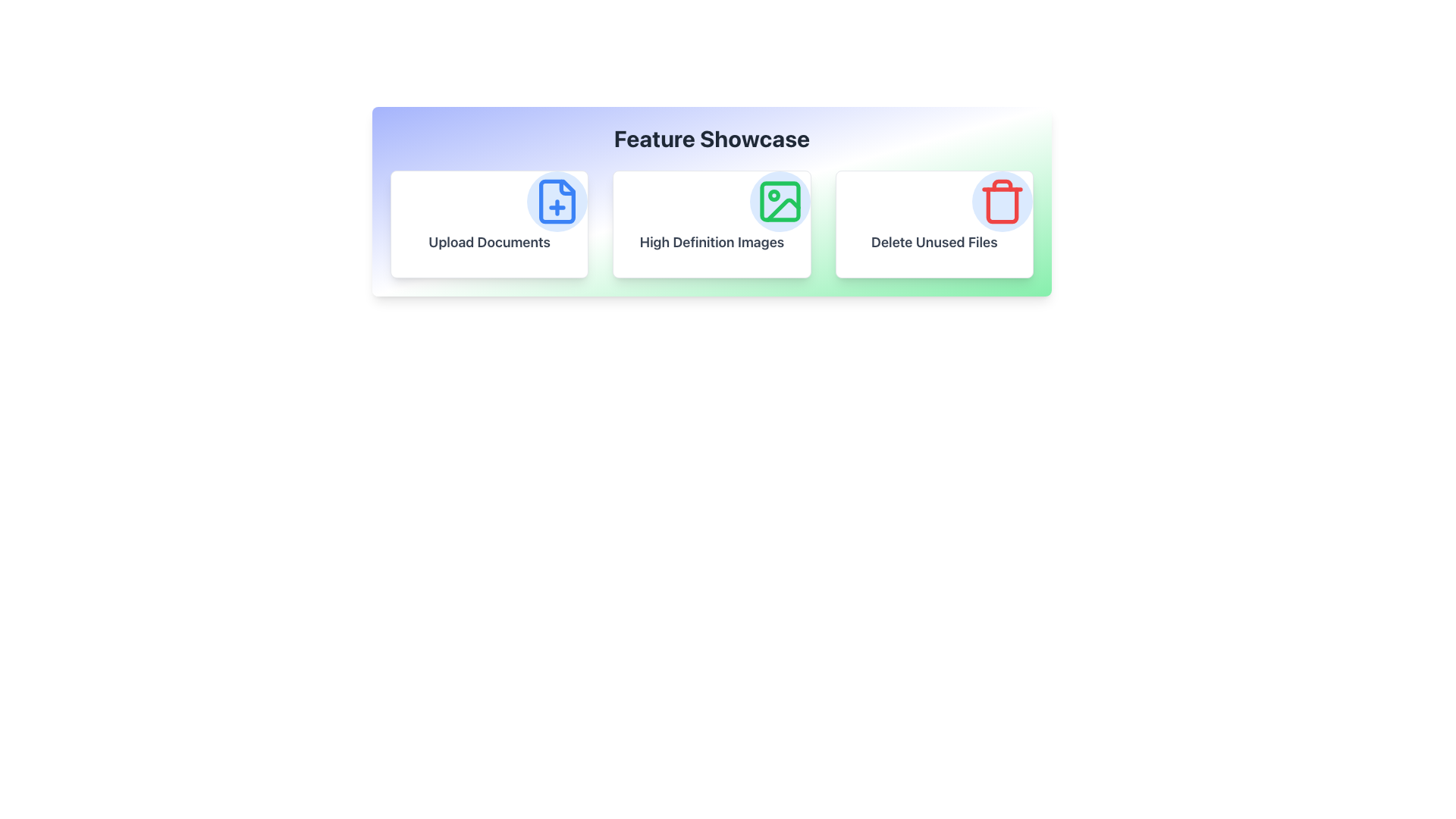 The image size is (1456, 819). I want to click on the bold, large-sized text element displaying 'Feature Showcase', which is styled with a bold font and centered alignment, located at the top center of the interface, so click(711, 138).